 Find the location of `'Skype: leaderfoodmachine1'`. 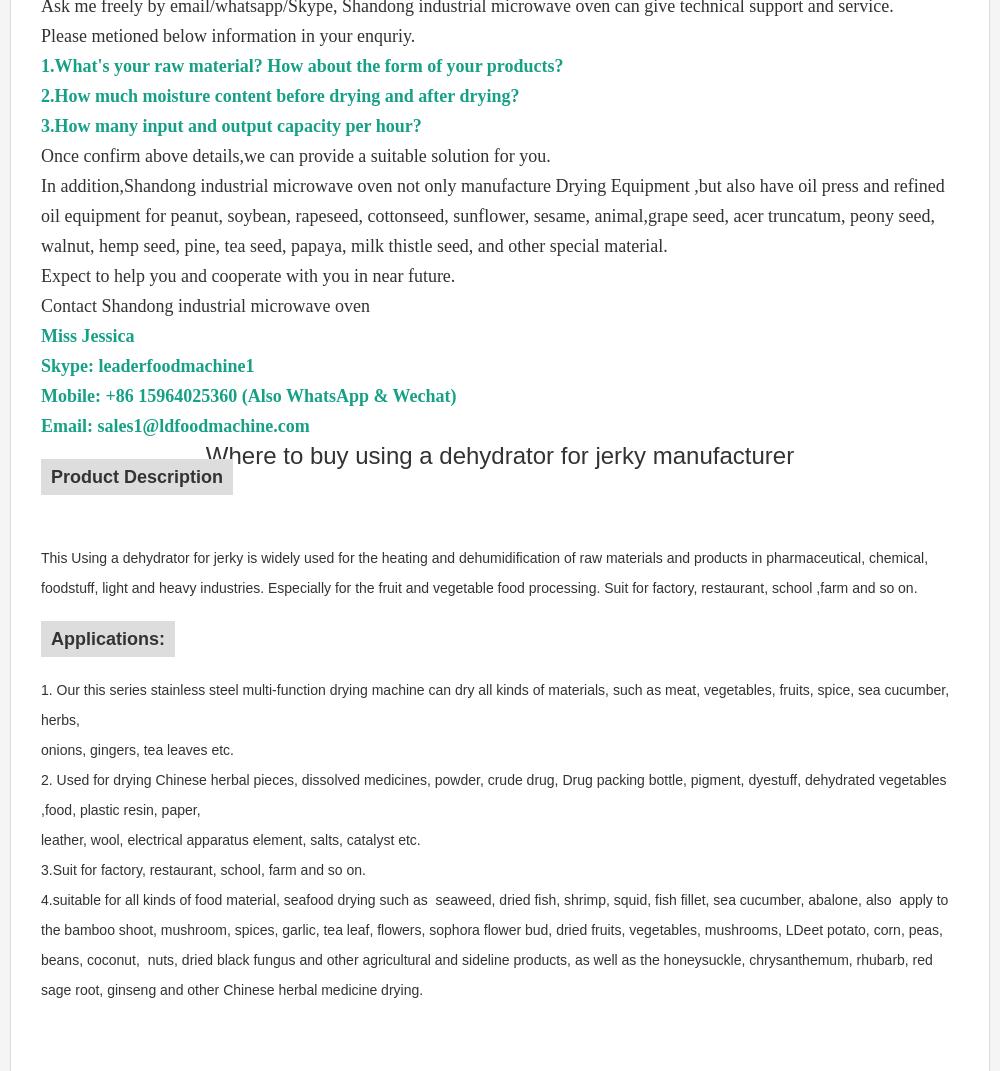

'Skype: leaderfoodmachine1' is located at coordinates (156, 364).